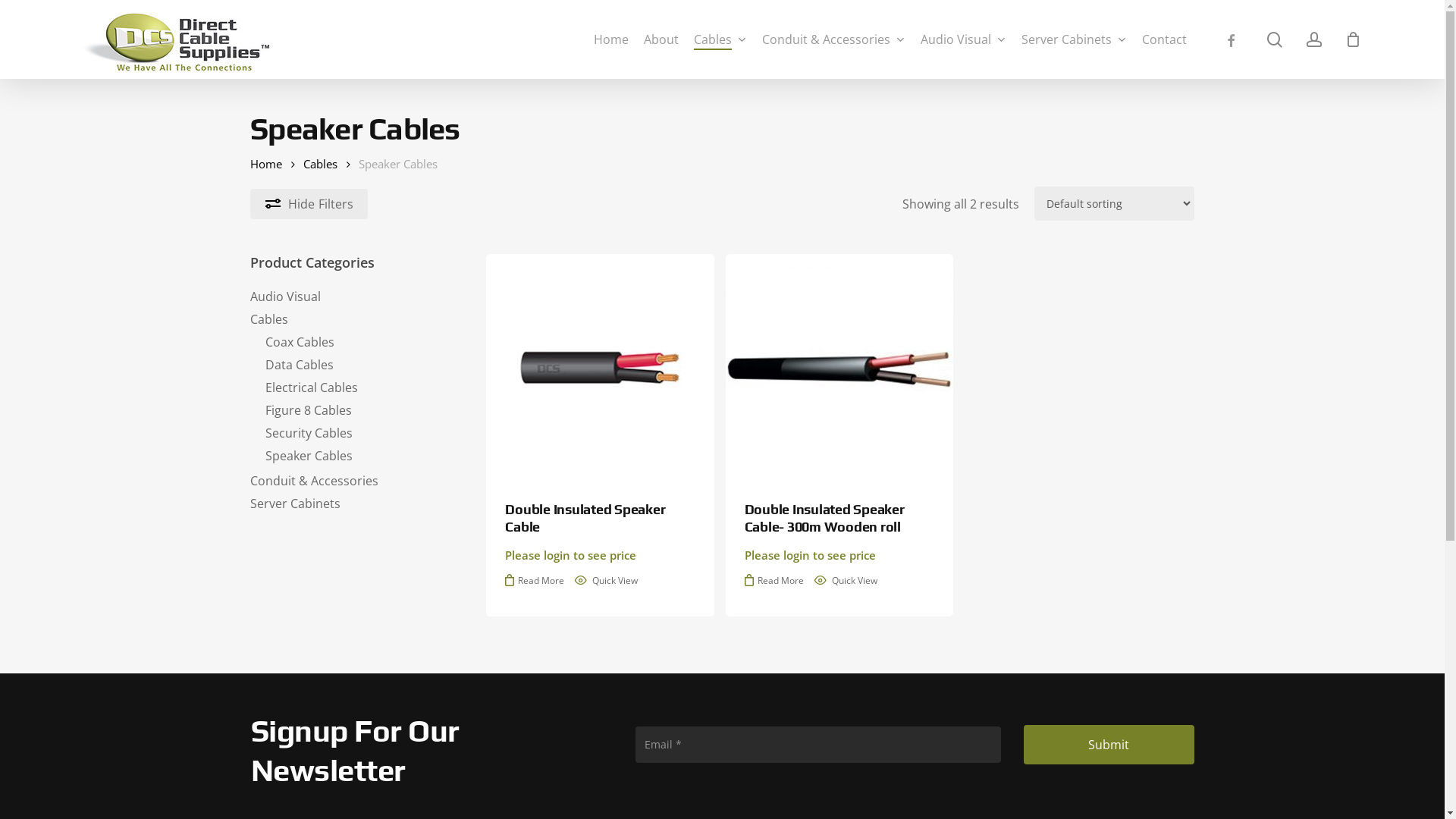  I want to click on 'Audio Visual', so click(348, 296).